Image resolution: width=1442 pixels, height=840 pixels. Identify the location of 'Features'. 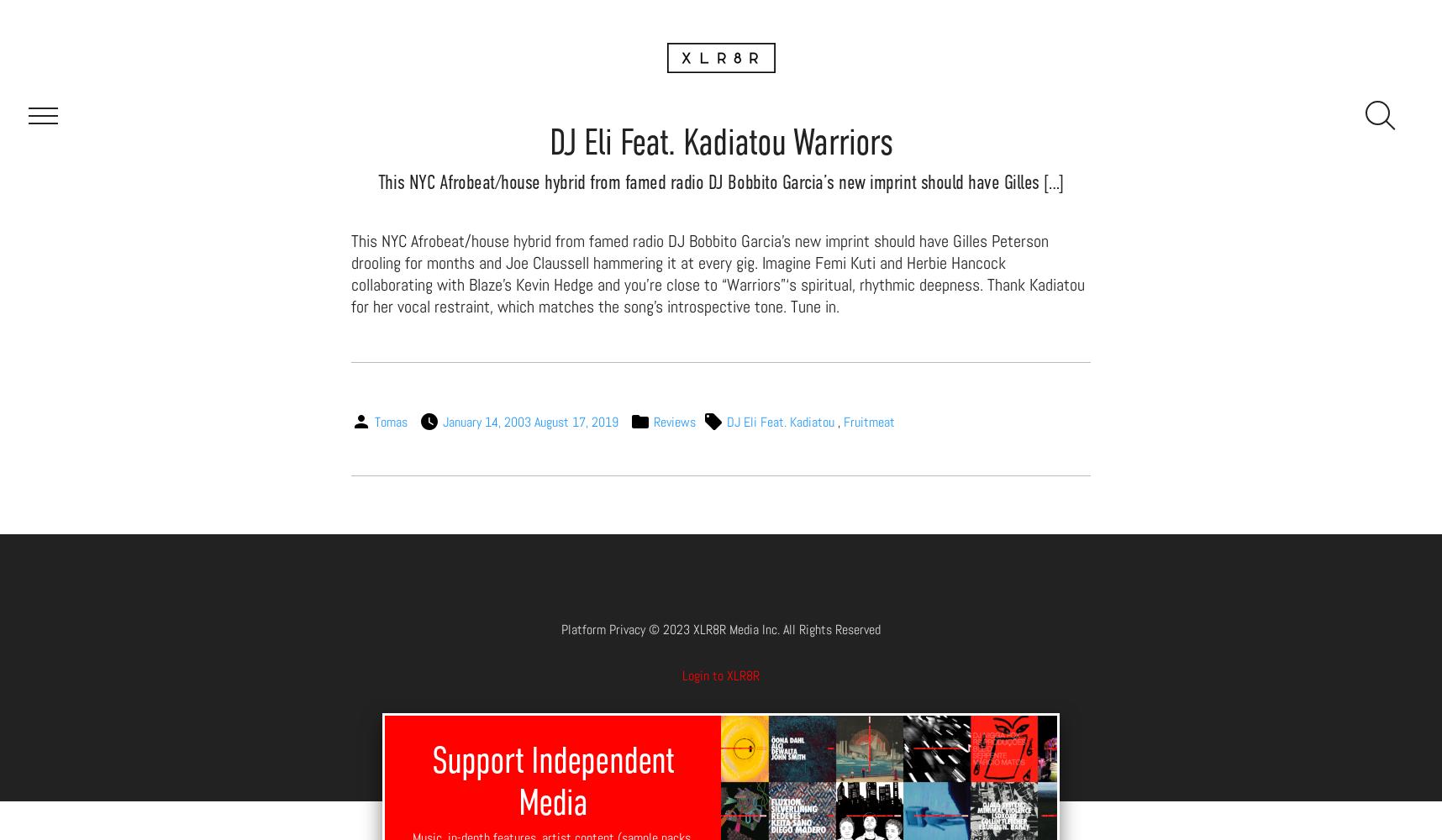
(687, 113).